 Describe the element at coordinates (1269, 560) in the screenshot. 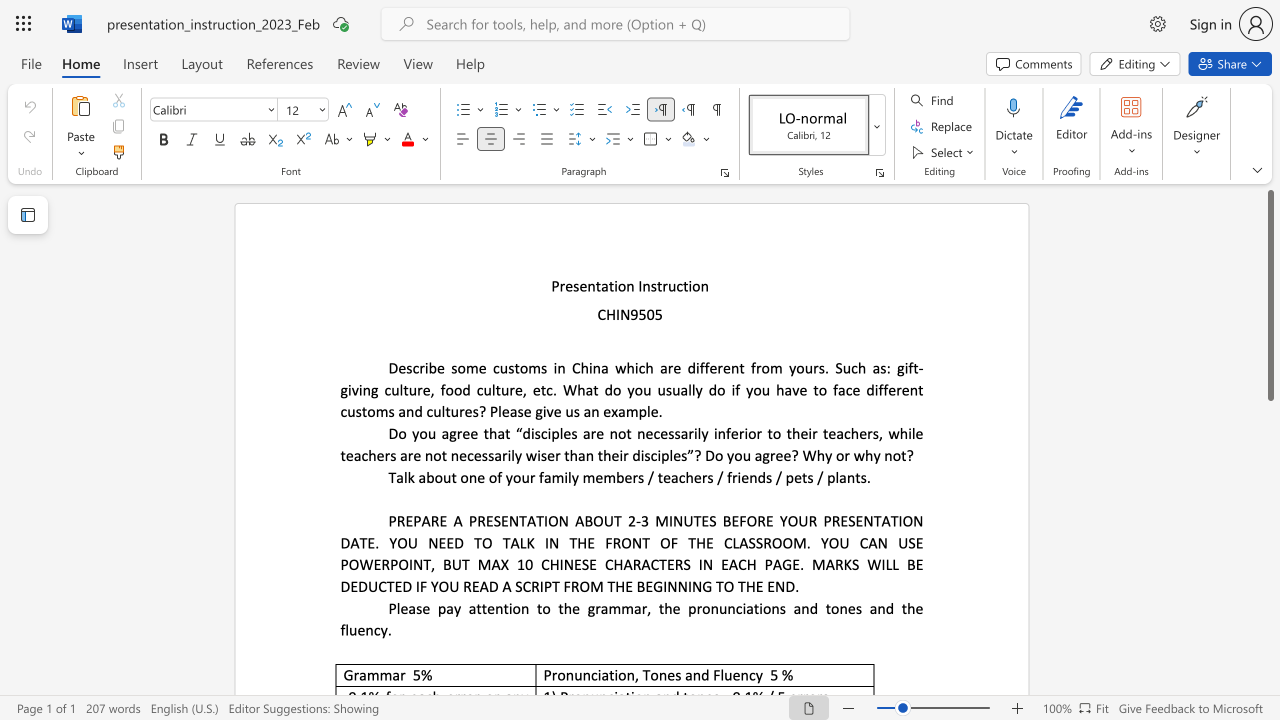

I see `the scrollbar on the side` at that location.